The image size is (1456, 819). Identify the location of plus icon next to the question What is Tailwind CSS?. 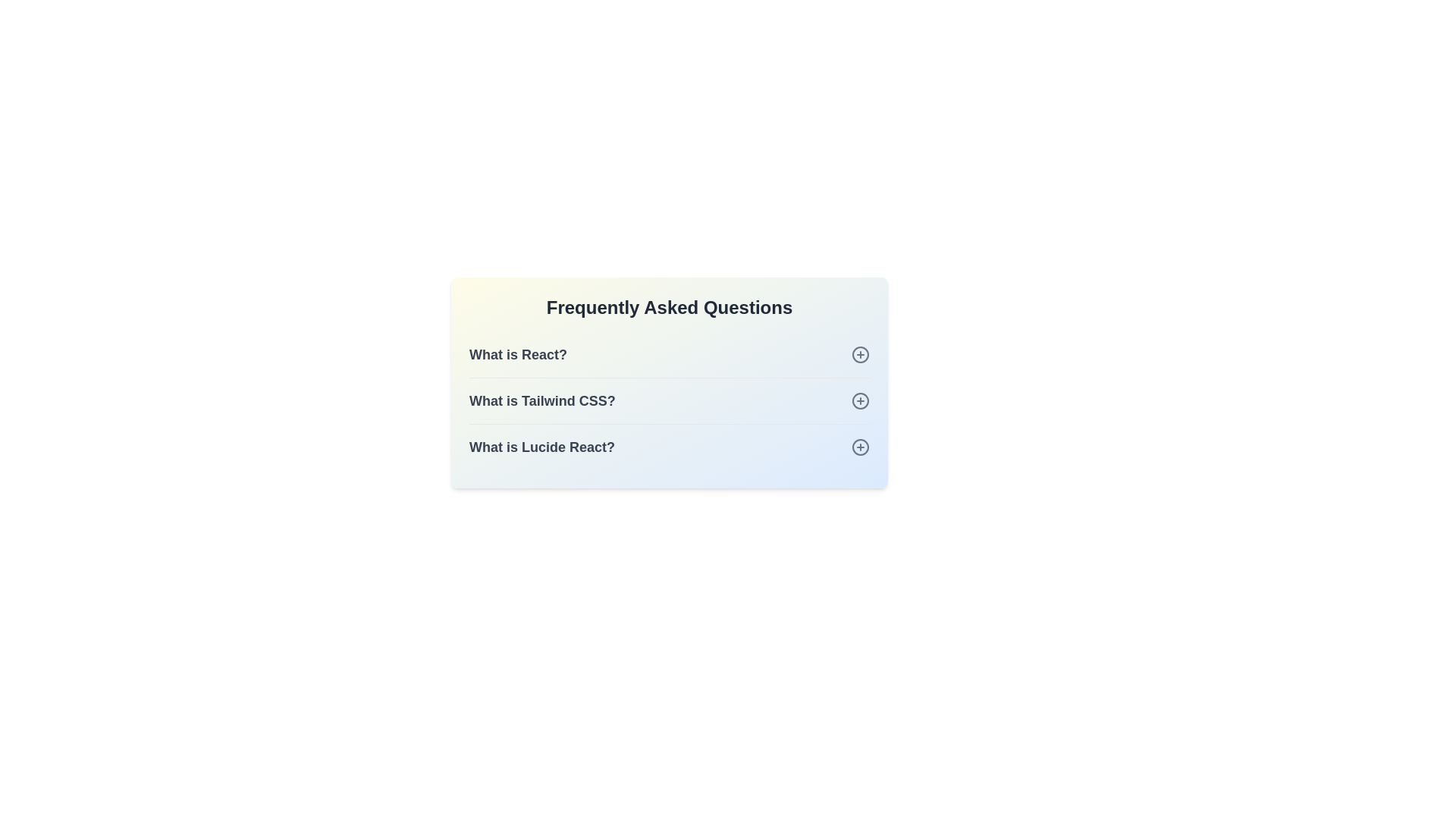
(860, 400).